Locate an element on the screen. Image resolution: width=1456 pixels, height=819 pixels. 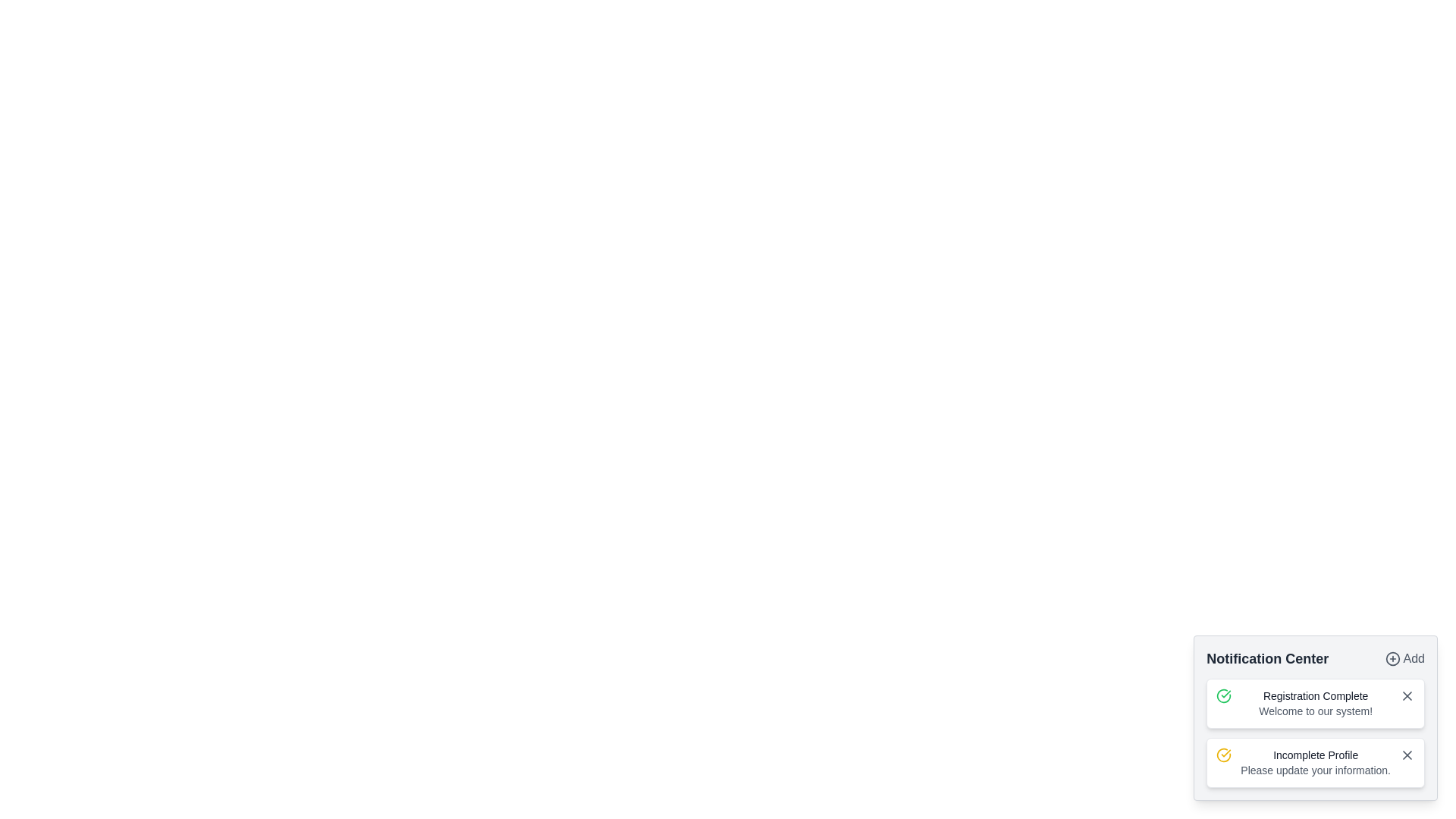
the dismiss button, which is an 'X' icon in dark gray, located at the top-right corner of the 'Incomplete Profile' notification in the Notification Center is located at coordinates (1407, 755).